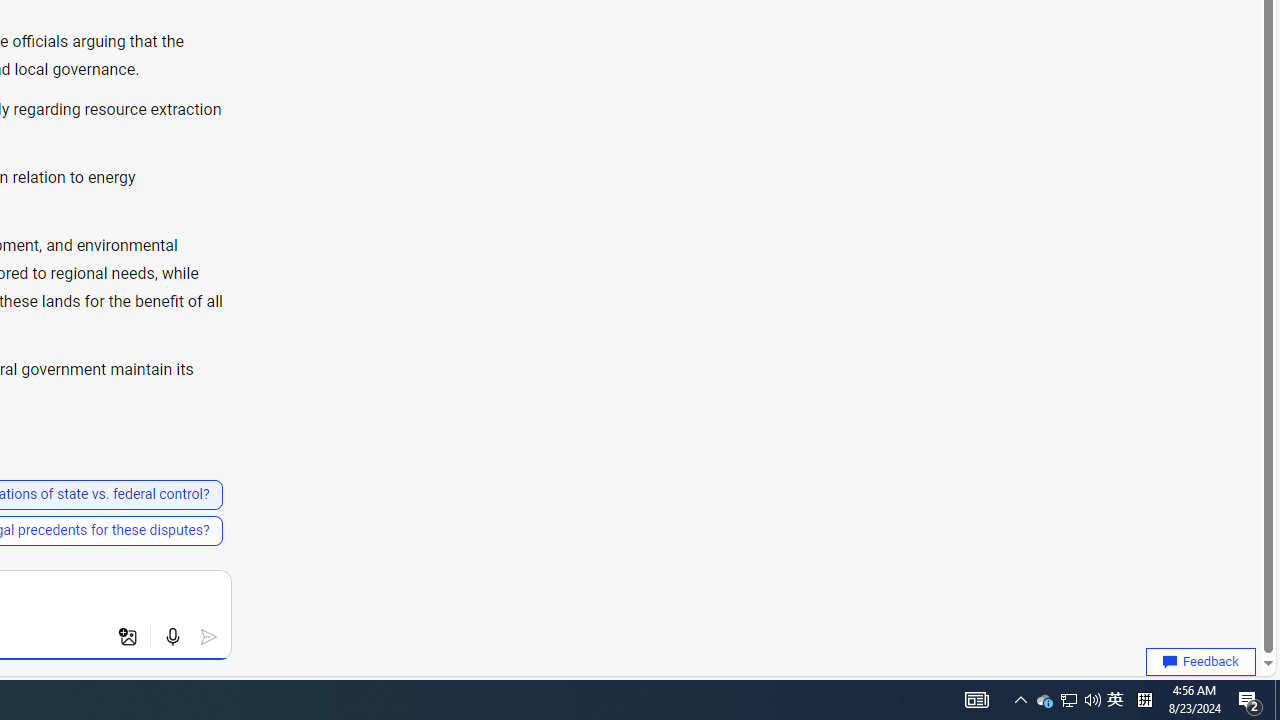  What do you see at coordinates (172, 637) in the screenshot?
I see `'Use microphone'` at bounding box center [172, 637].